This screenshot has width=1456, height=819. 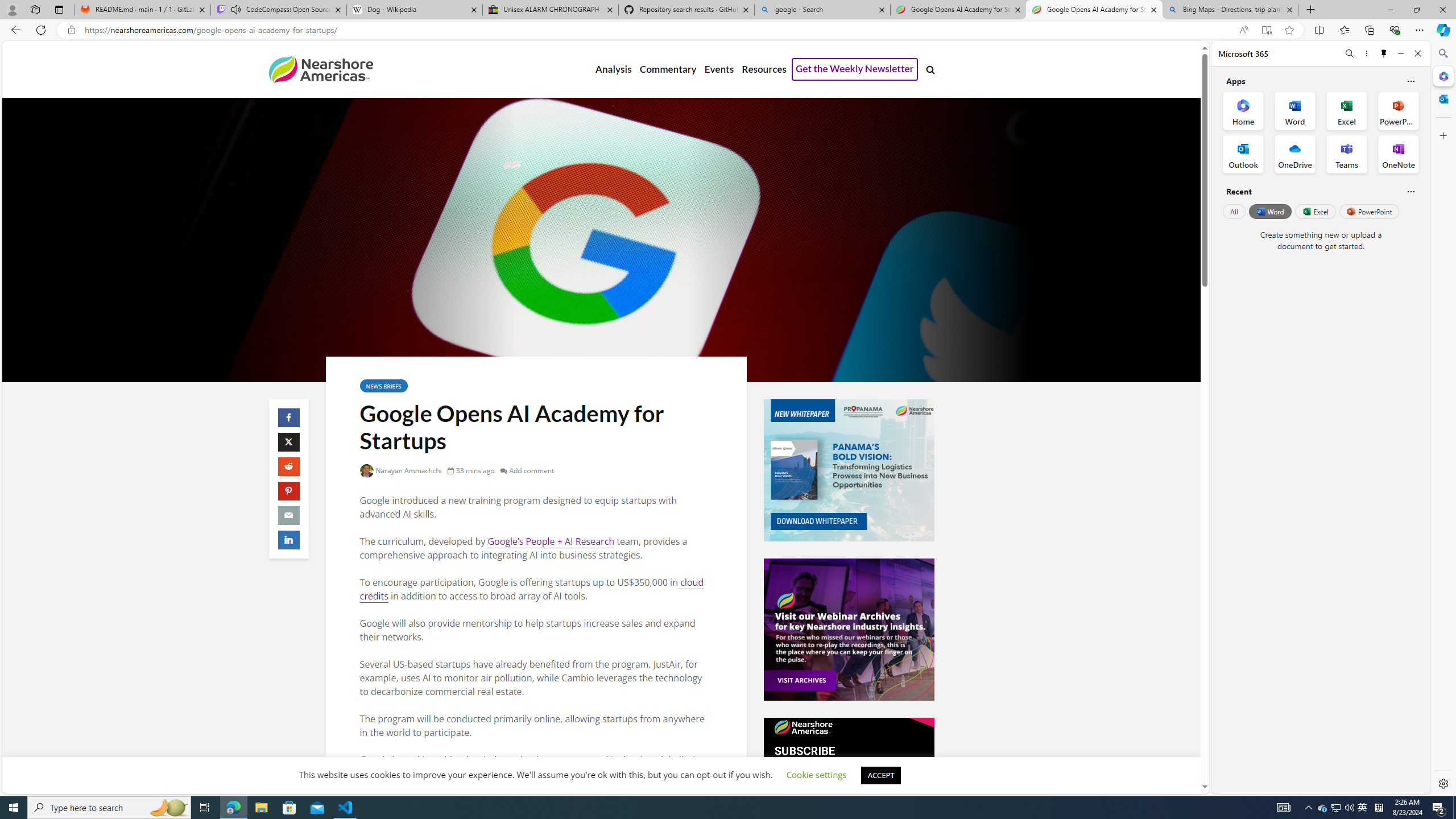 I want to click on 'Side bar', so click(x=1443, y=418).